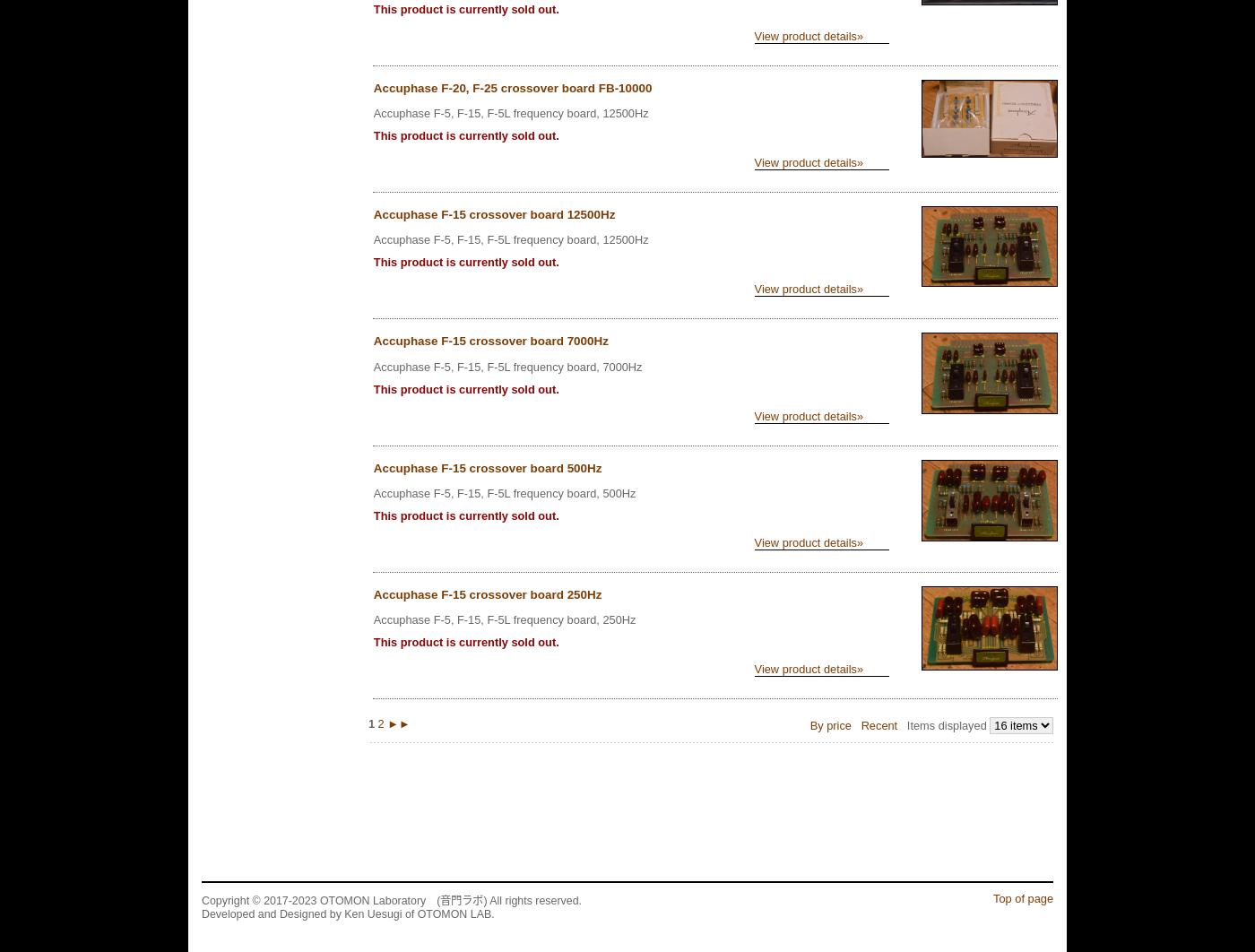  Describe the element at coordinates (504, 619) in the screenshot. I see `'Accuphase F-5, F-15, F-5L frequency board, 250Hz'` at that location.